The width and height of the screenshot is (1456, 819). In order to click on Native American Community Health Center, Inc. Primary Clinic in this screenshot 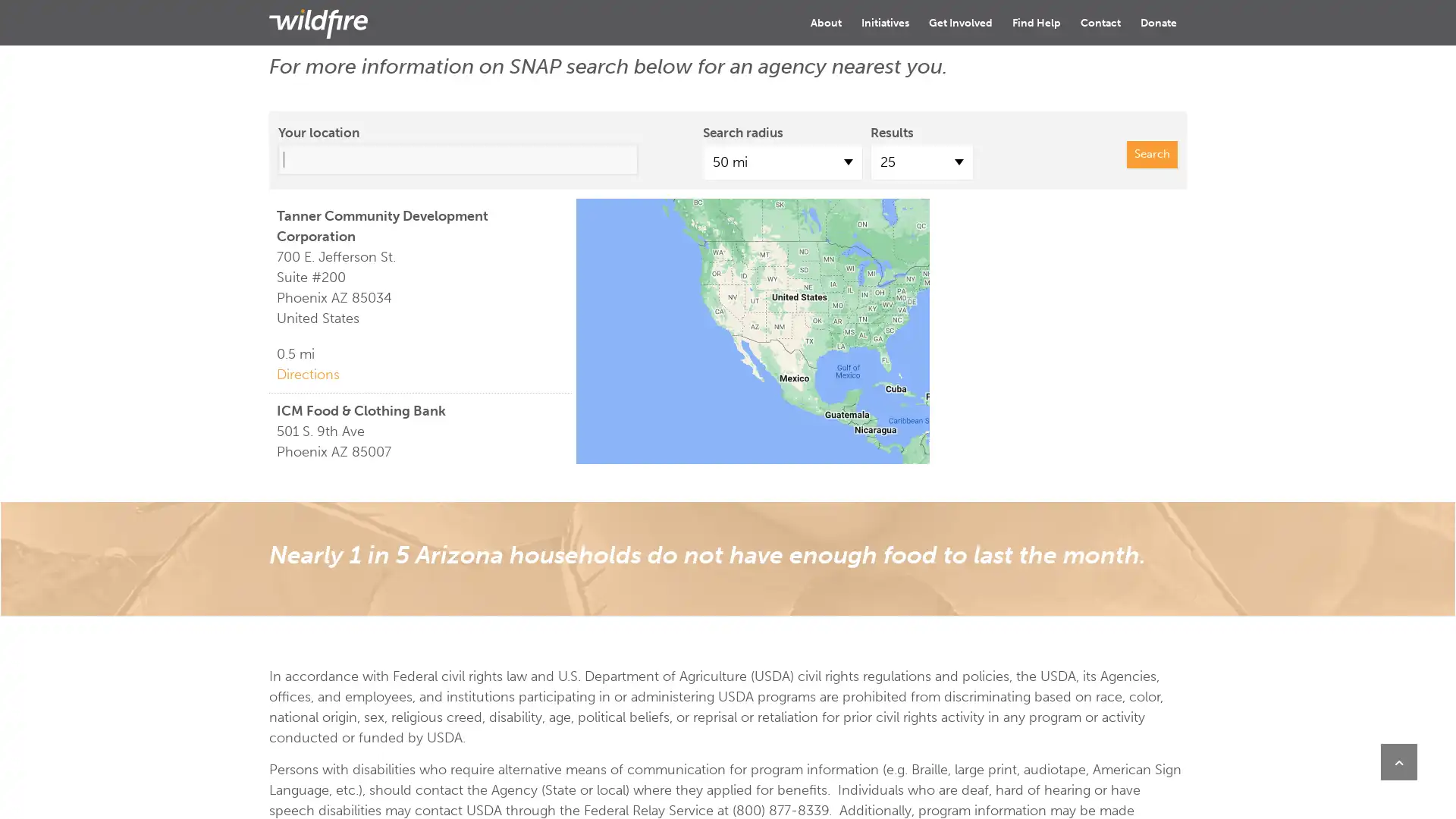, I will do `click(874, 290)`.